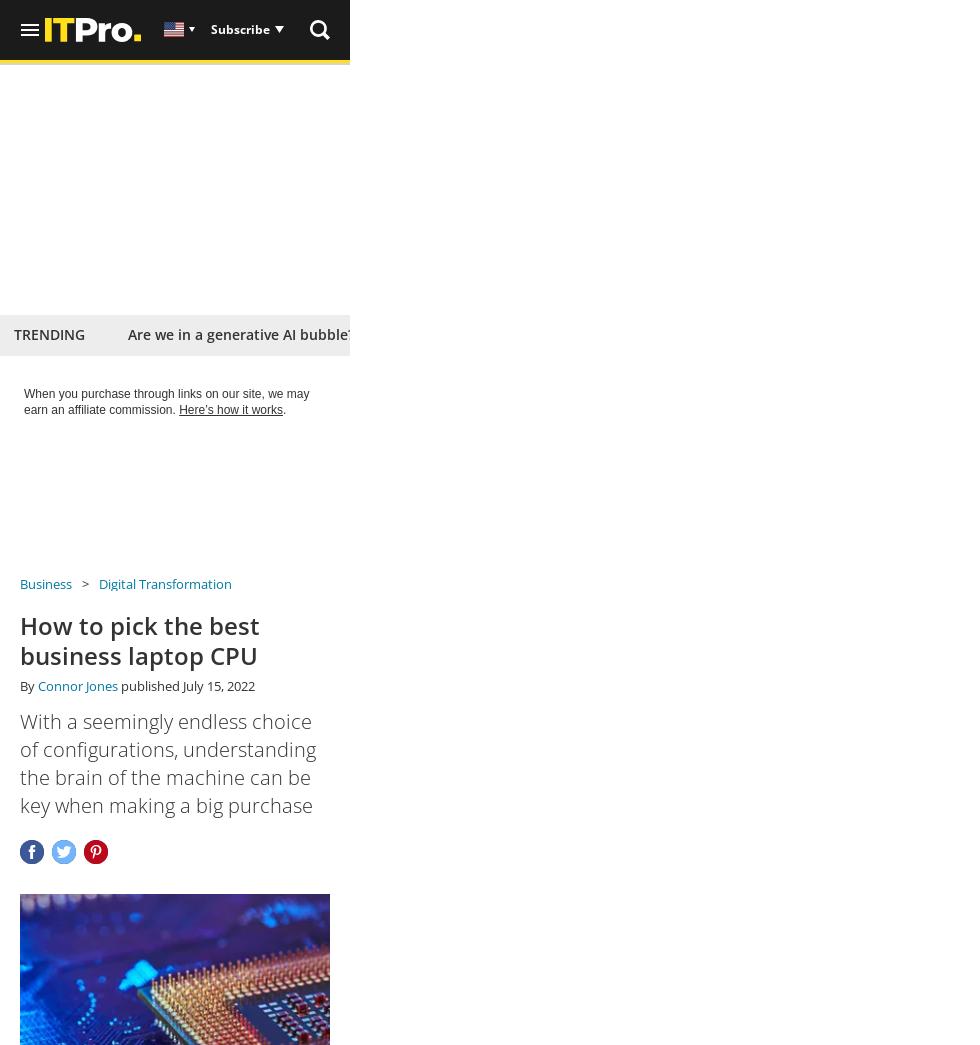 Image resolution: width=980 pixels, height=1045 pixels. What do you see at coordinates (150, 686) in the screenshot?
I see `'published'` at bounding box center [150, 686].